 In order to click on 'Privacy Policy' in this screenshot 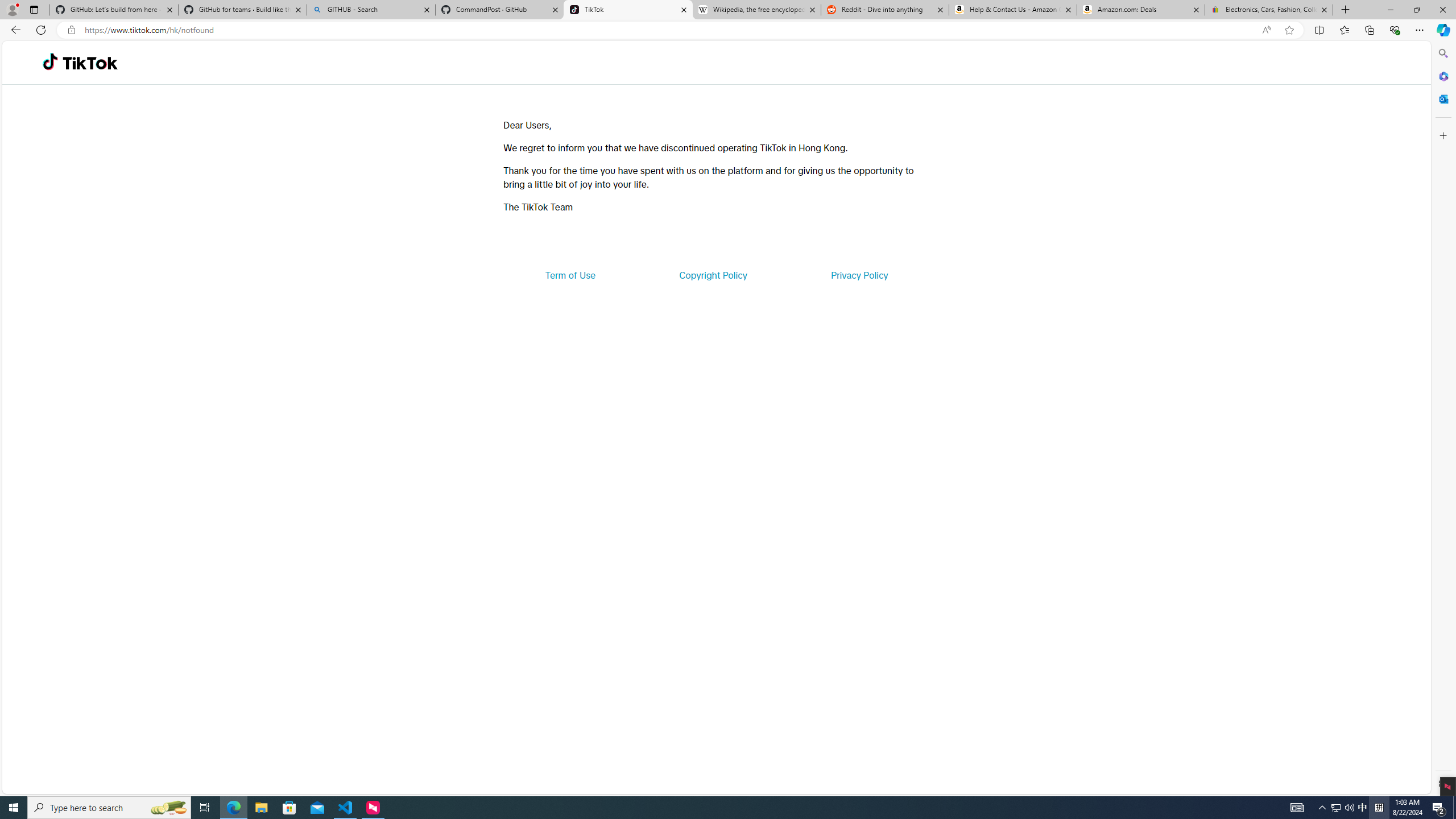, I will do `click(858, 274)`.